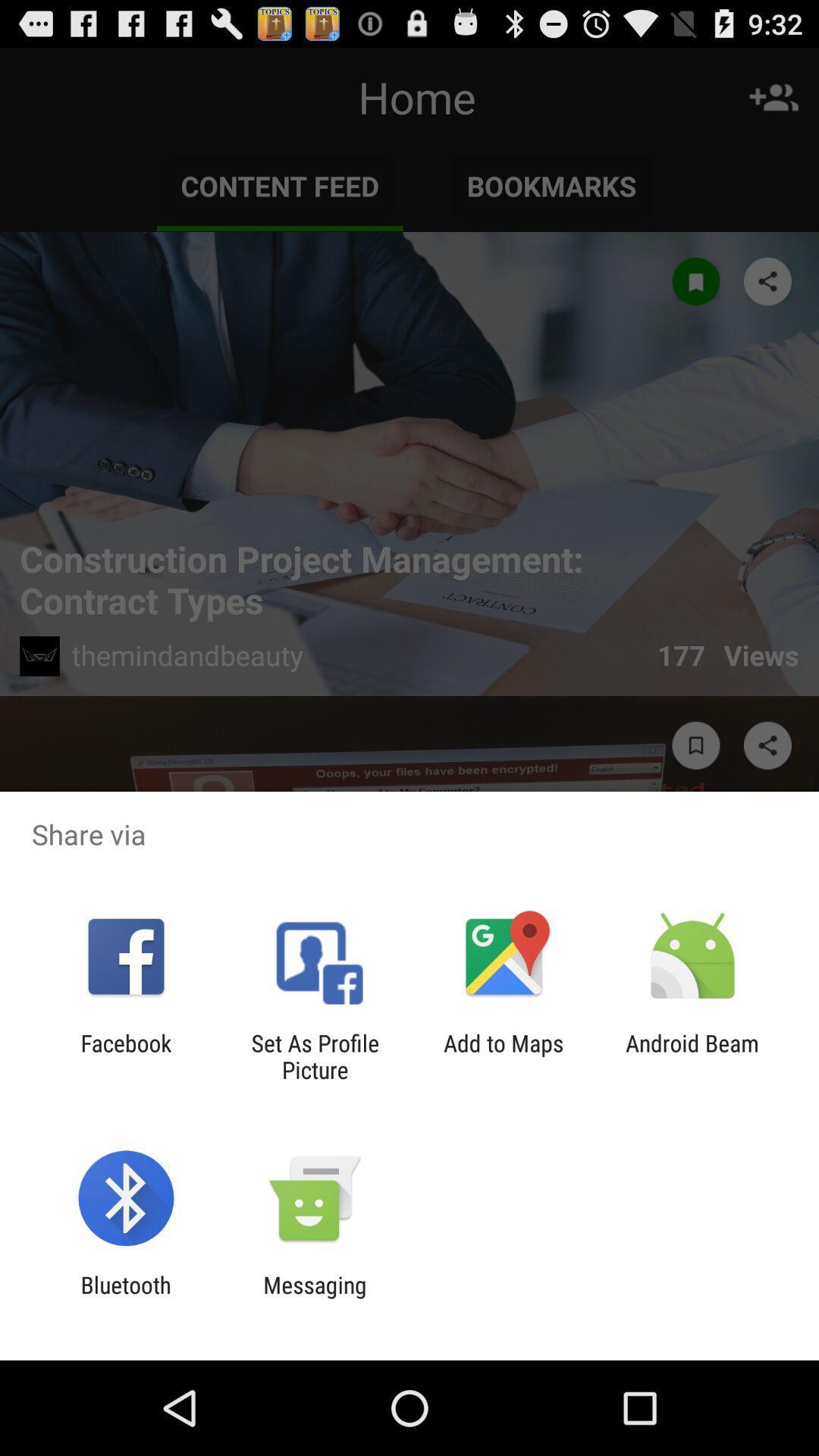 The width and height of the screenshot is (819, 1456). What do you see at coordinates (692, 1056) in the screenshot?
I see `the android beam at the bottom right corner` at bounding box center [692, 1056].